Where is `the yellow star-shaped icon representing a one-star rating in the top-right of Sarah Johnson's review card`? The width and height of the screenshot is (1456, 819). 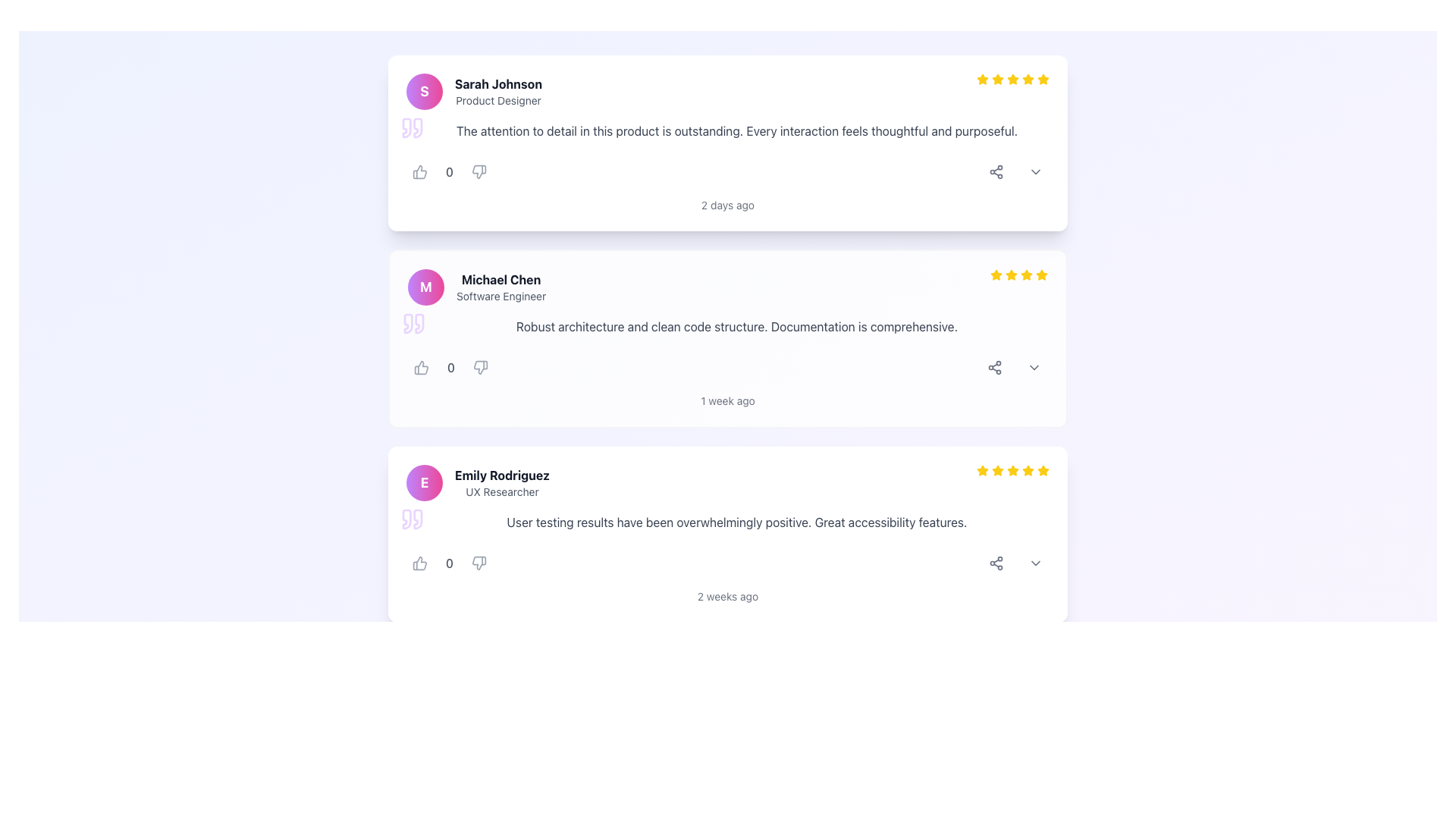
the yellow star-shaped icon representing a one-star rating in the top-right of Sarah Johnson's review card is located at coordinates (983, 79).